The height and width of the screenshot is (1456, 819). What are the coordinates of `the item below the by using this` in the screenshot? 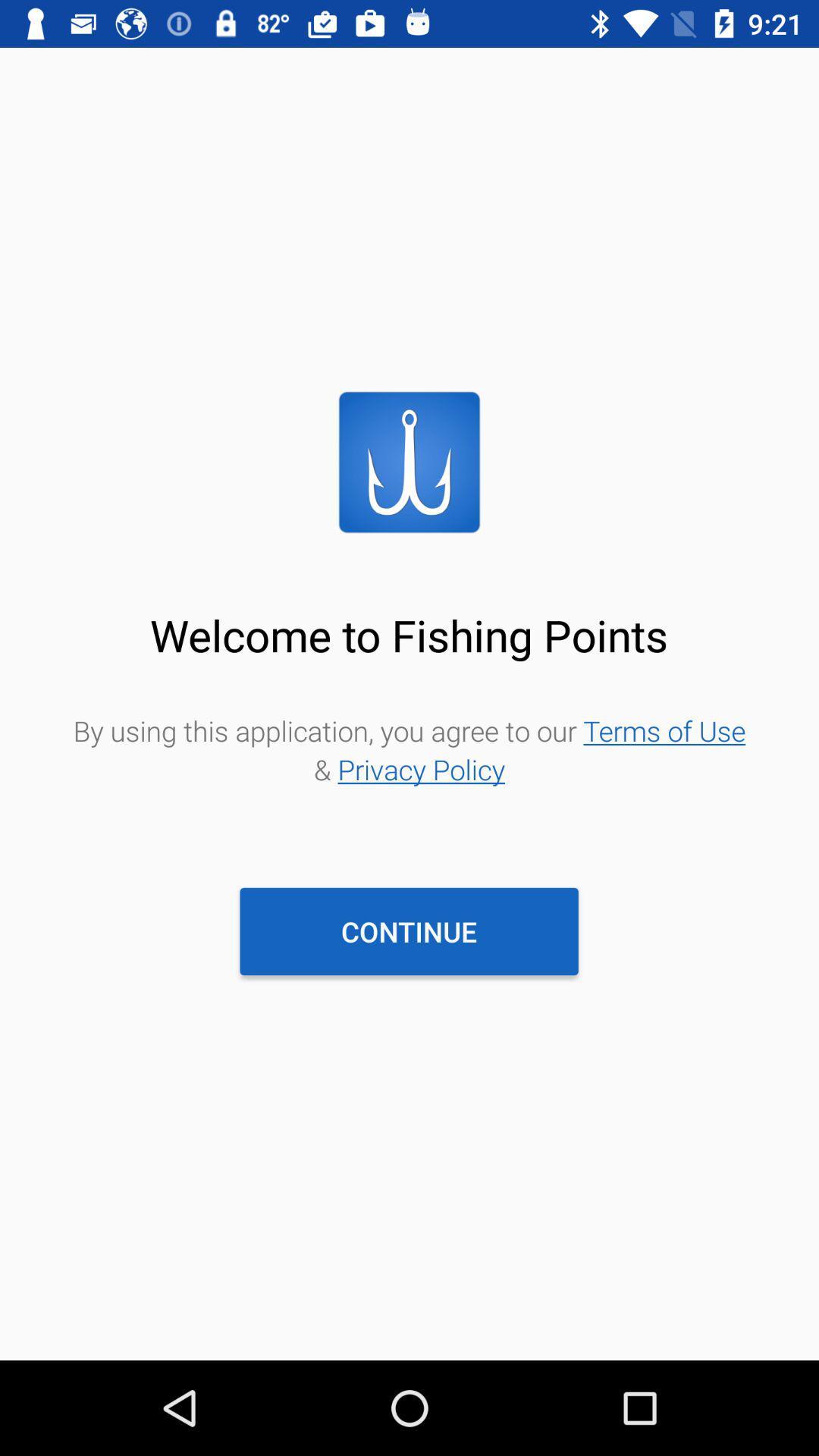 It's located at (408, 930).